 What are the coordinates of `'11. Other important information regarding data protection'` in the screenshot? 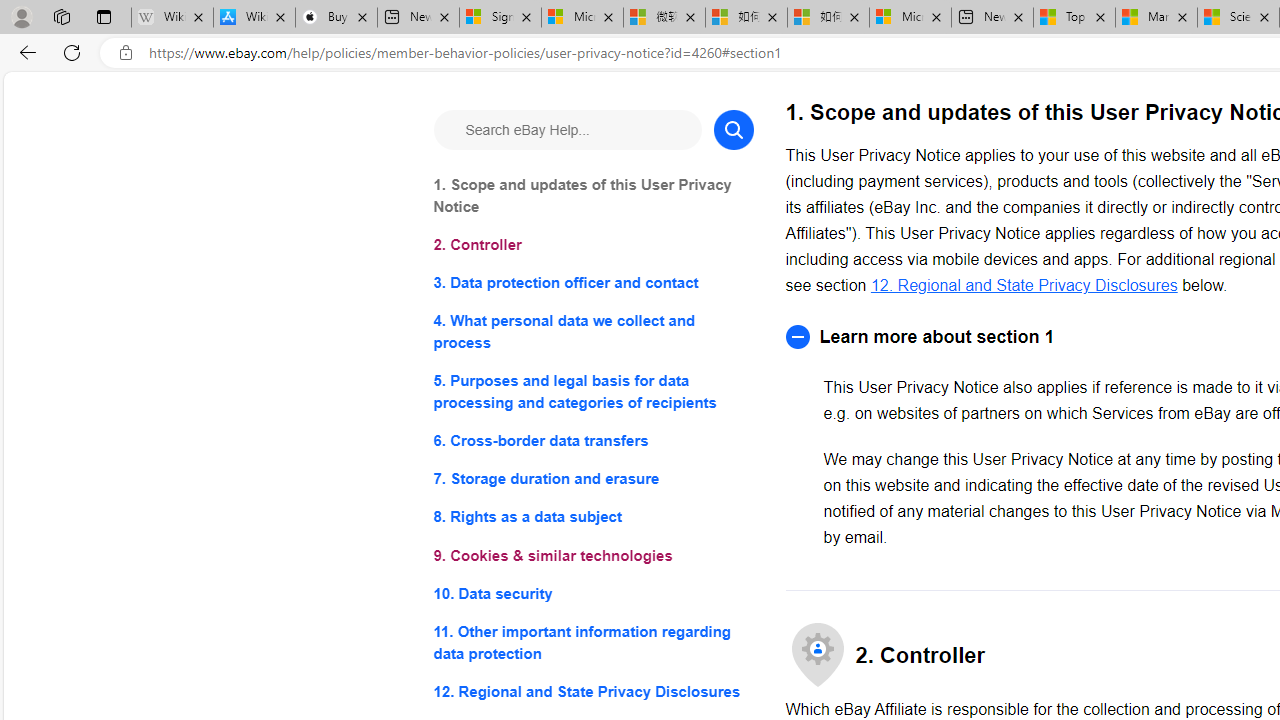 It's located at (592, 642).